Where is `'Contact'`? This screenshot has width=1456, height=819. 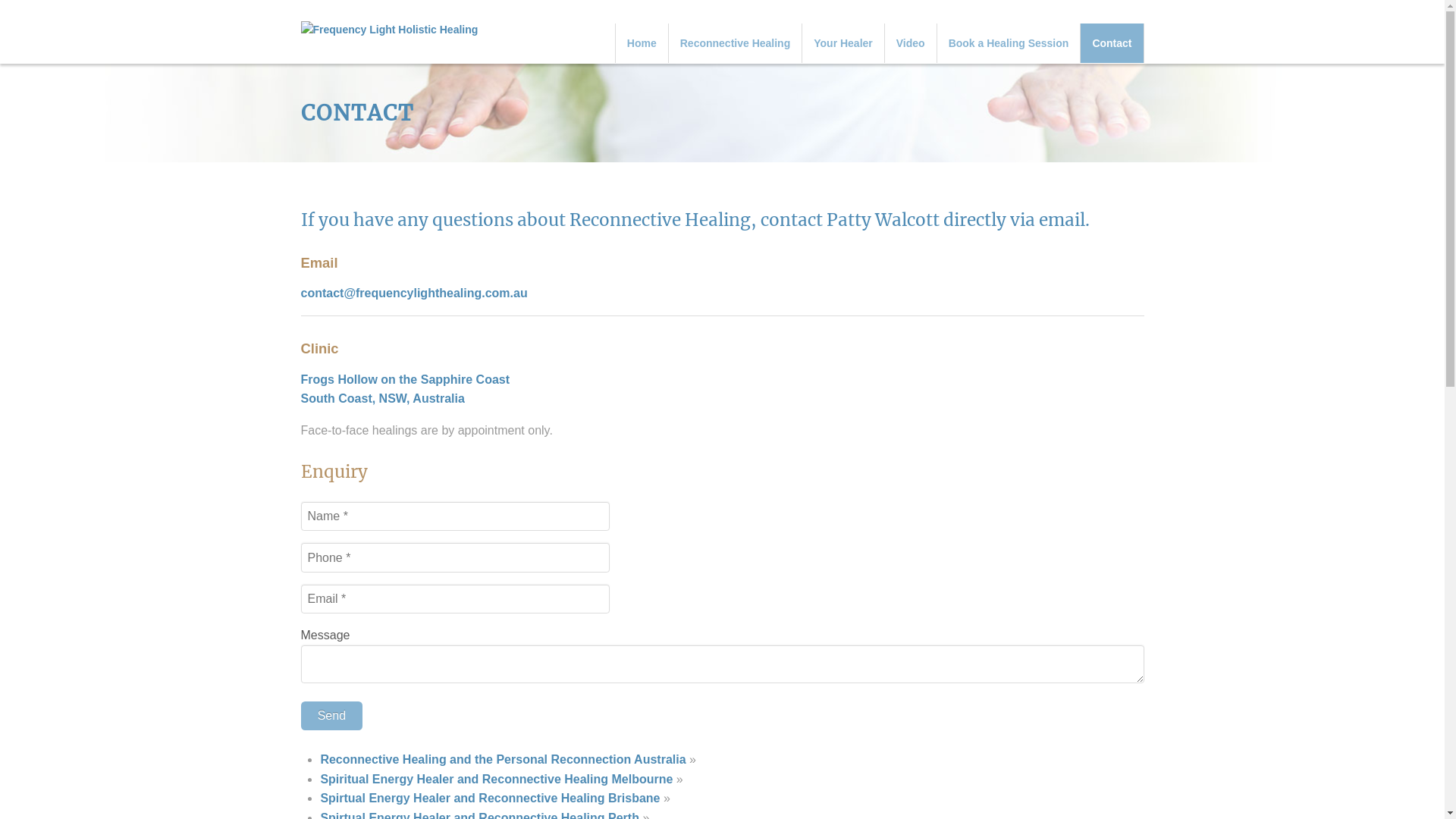 'Contact' is located at coordinates (1080, 42).